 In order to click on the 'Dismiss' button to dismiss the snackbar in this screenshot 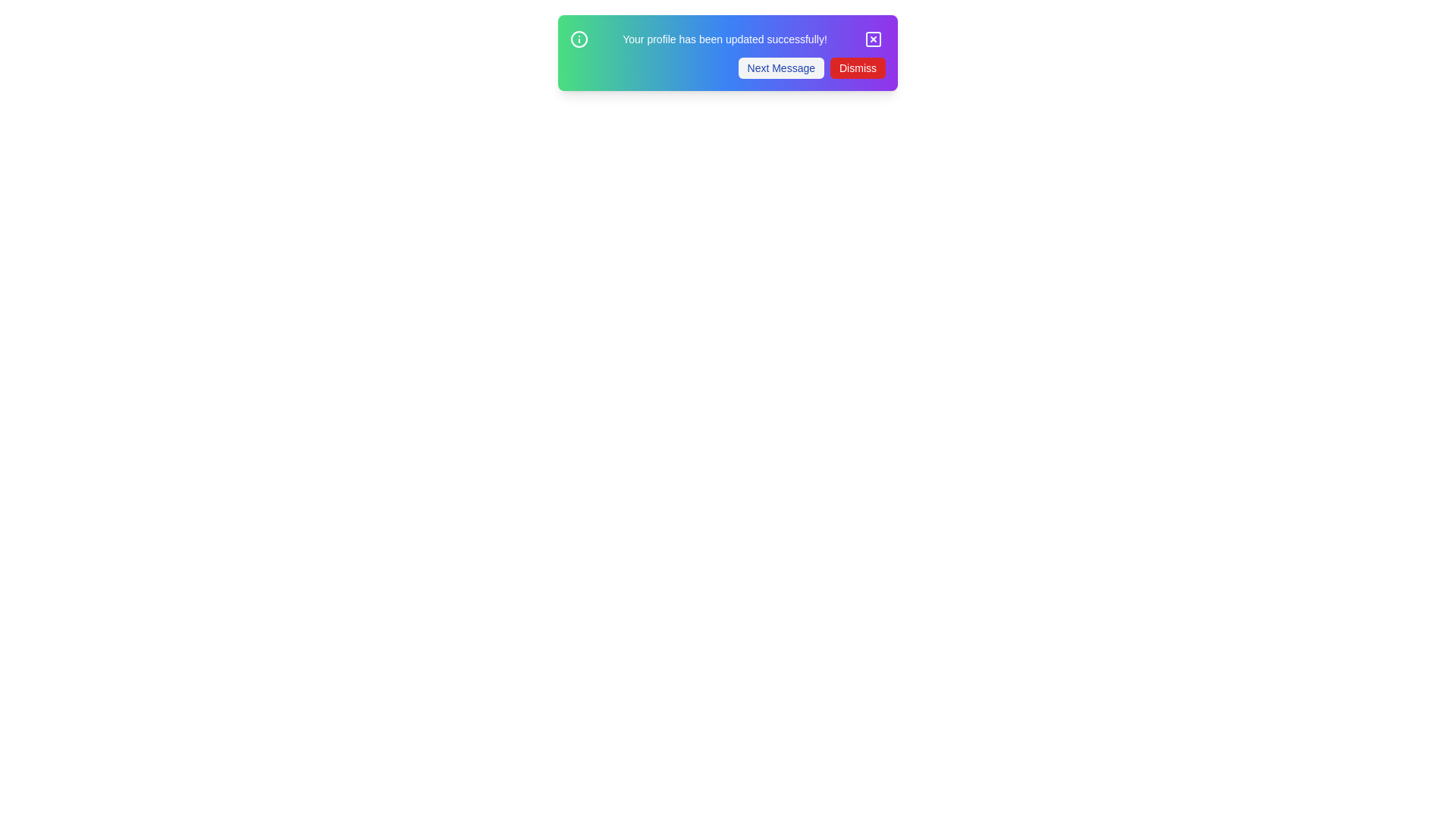, I will do `click(858, 67)`.